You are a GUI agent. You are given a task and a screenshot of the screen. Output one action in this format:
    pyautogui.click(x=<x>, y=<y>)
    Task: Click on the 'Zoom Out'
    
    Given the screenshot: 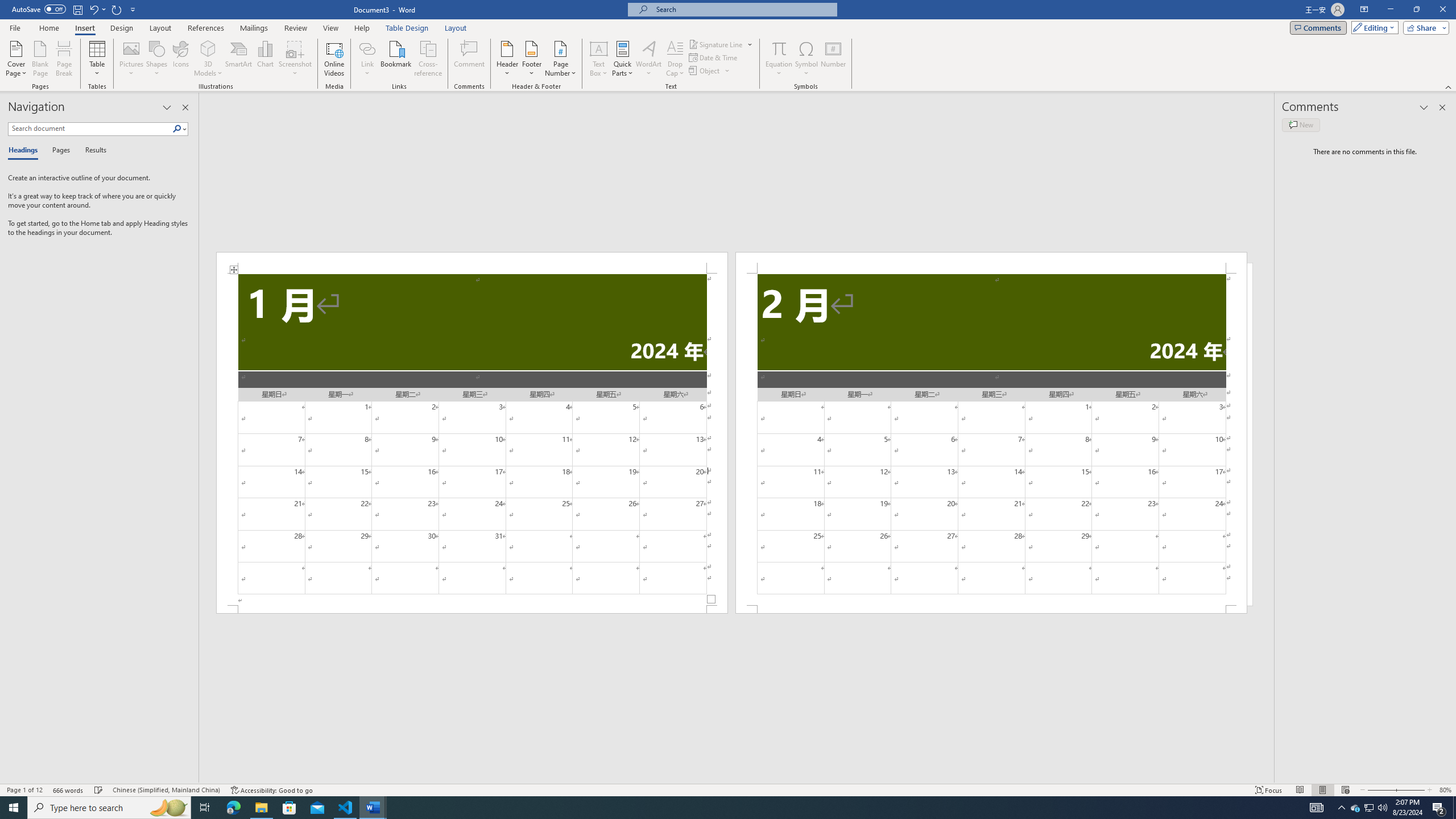 What is the action you would take?
    pyautogui.click(x=1378, y=790)
    